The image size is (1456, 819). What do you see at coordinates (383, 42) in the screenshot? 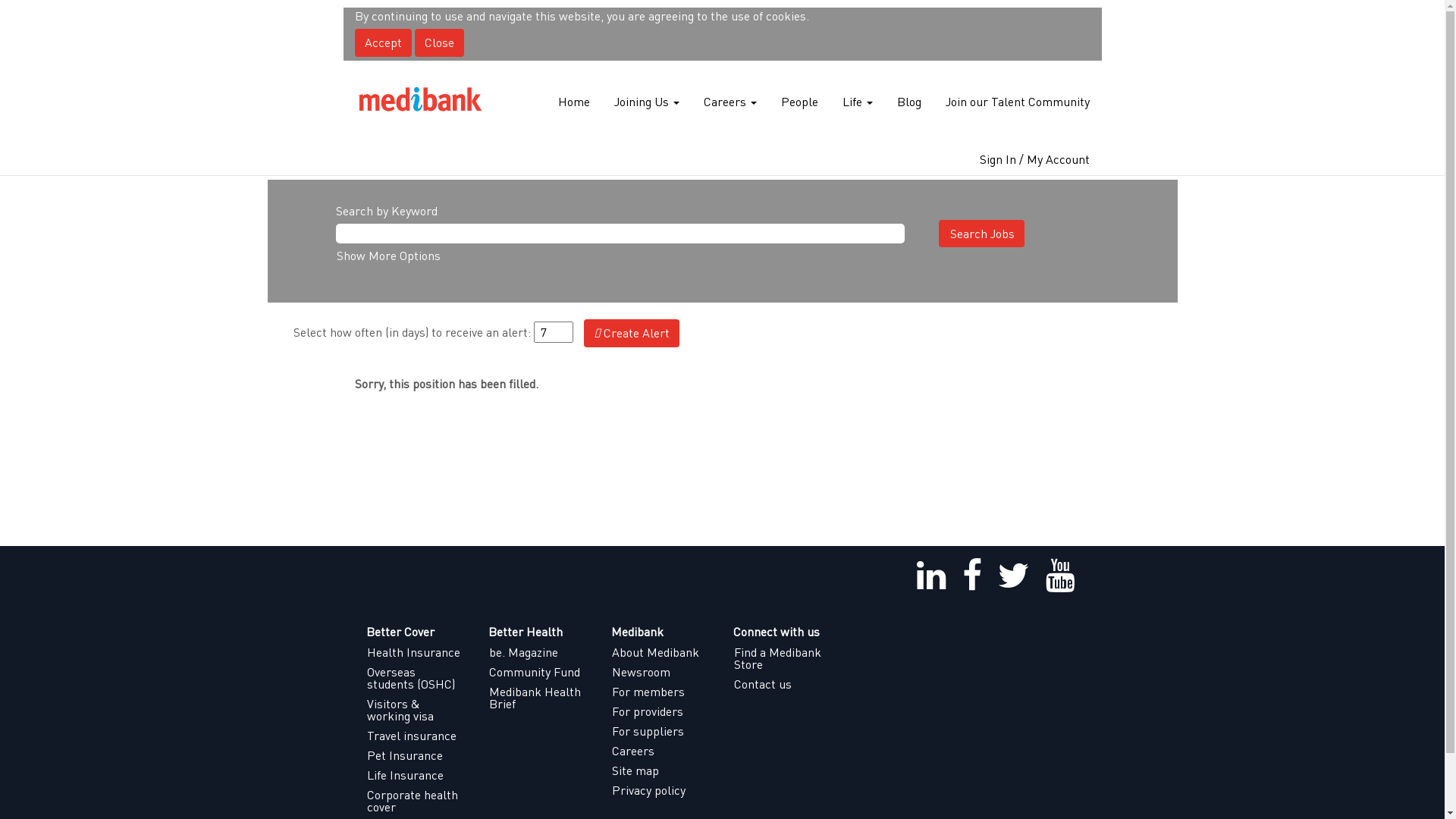
I see `'Accept'` at bounding box center [383, 42].